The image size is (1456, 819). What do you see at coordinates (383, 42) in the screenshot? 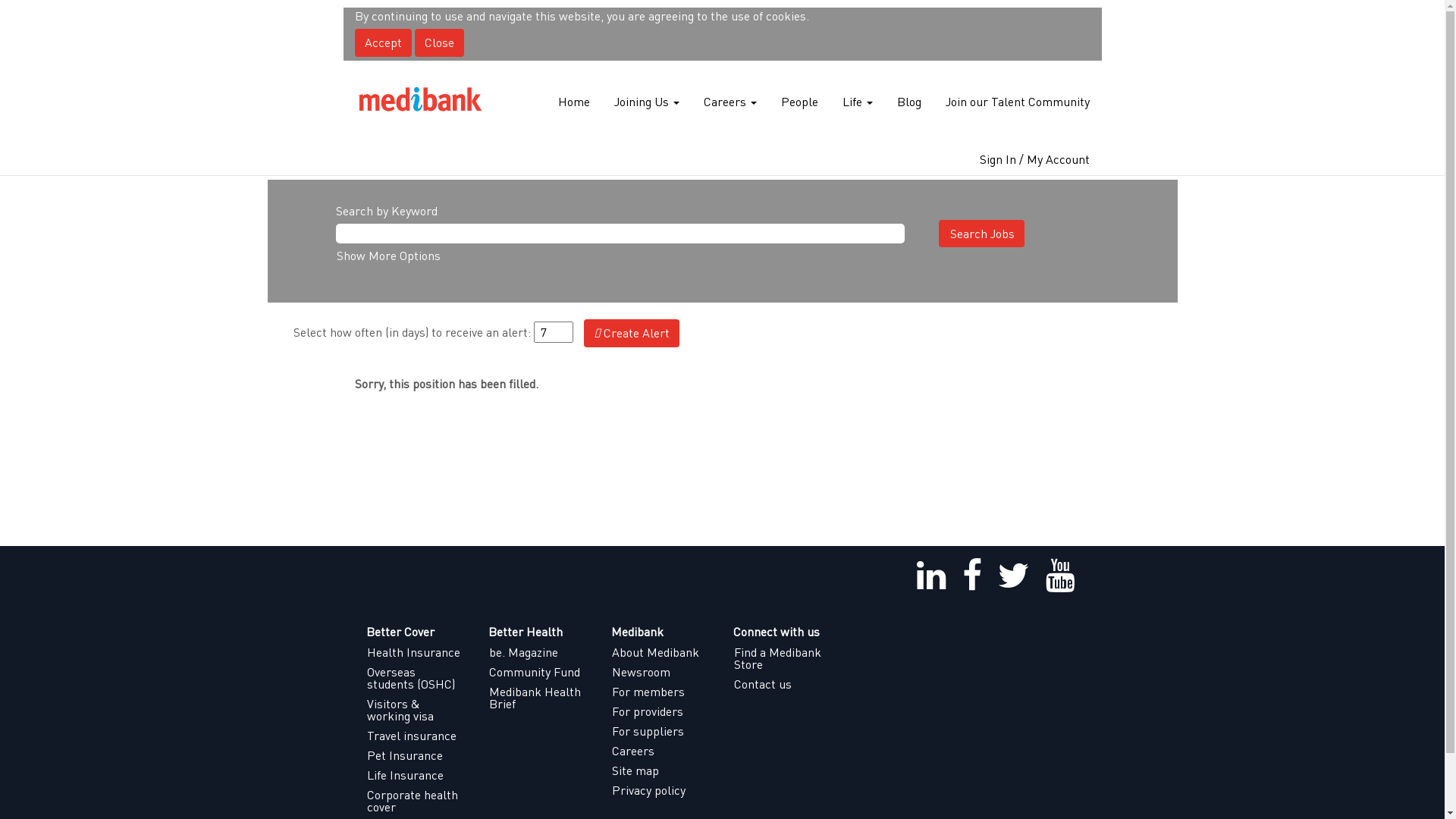
I see `'Accept'` at bounding box center [383, 42].